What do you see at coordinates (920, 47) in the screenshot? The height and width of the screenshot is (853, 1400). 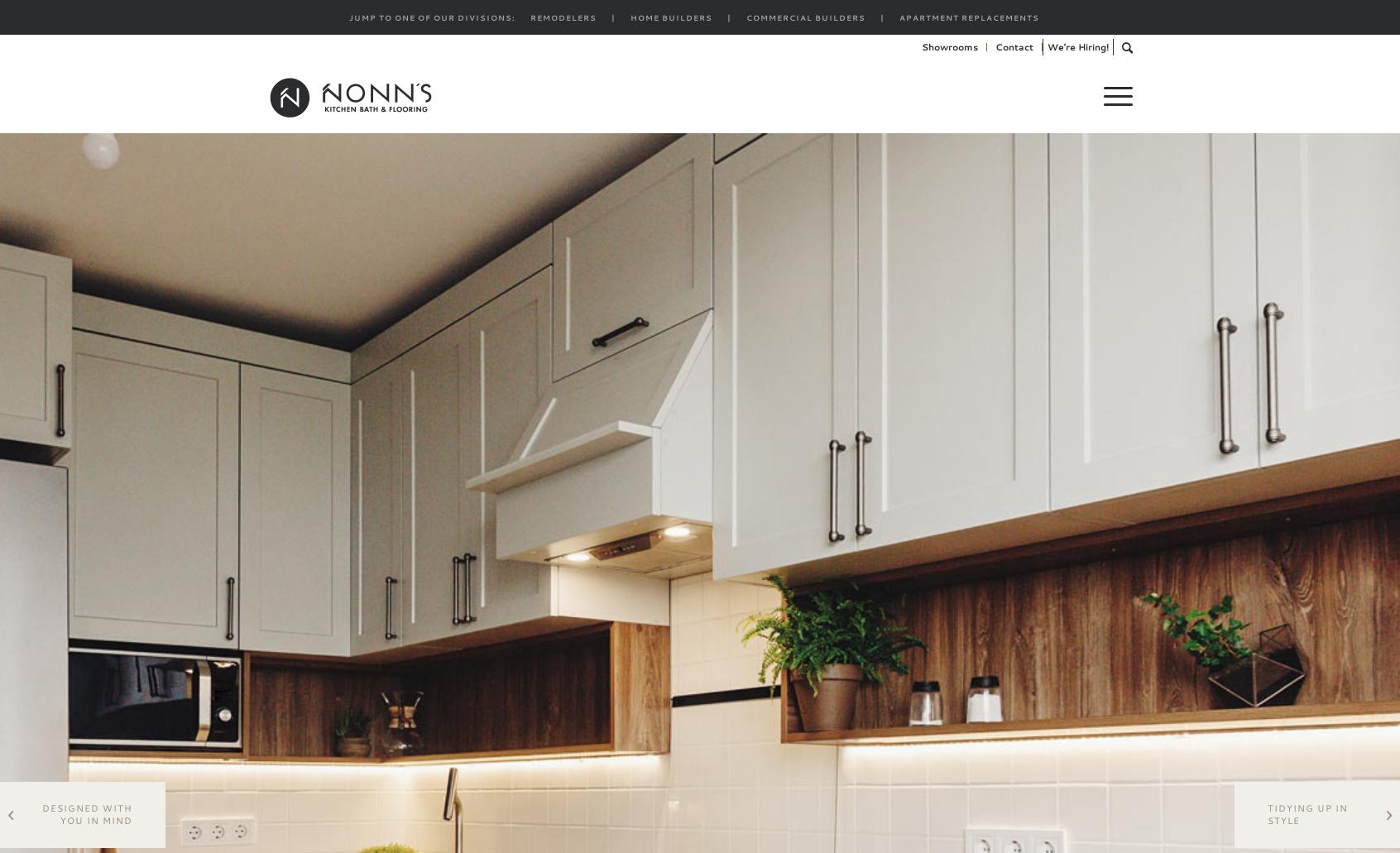 I see `'Showrooms'` at bounding box center [920, 47].